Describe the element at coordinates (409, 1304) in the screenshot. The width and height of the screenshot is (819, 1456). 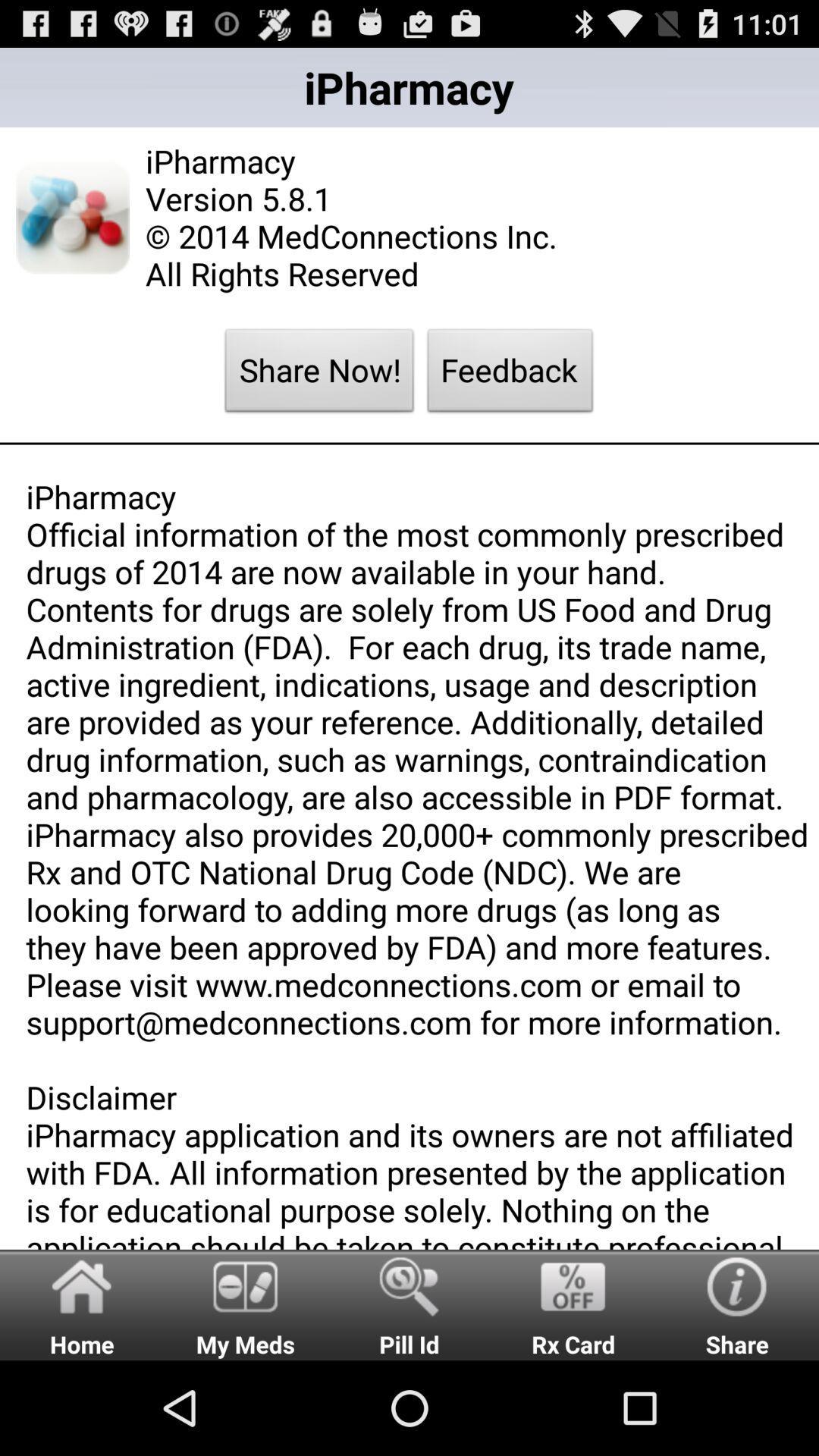
I see `the item next to the my meds item` at that location.